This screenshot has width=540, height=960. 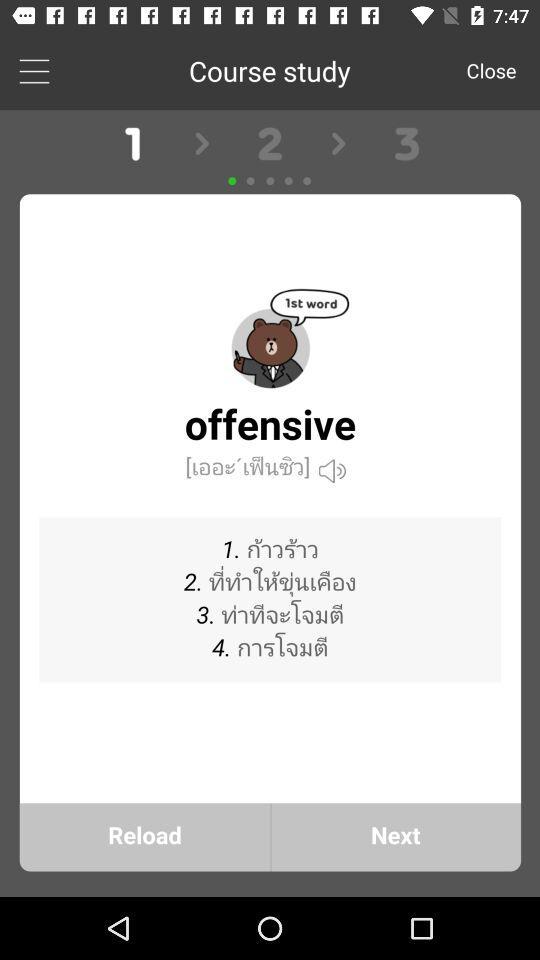 What do you see at coordinates (33, 70) in the screenshot?
I see `menu option` at bounding box center [33, 70].